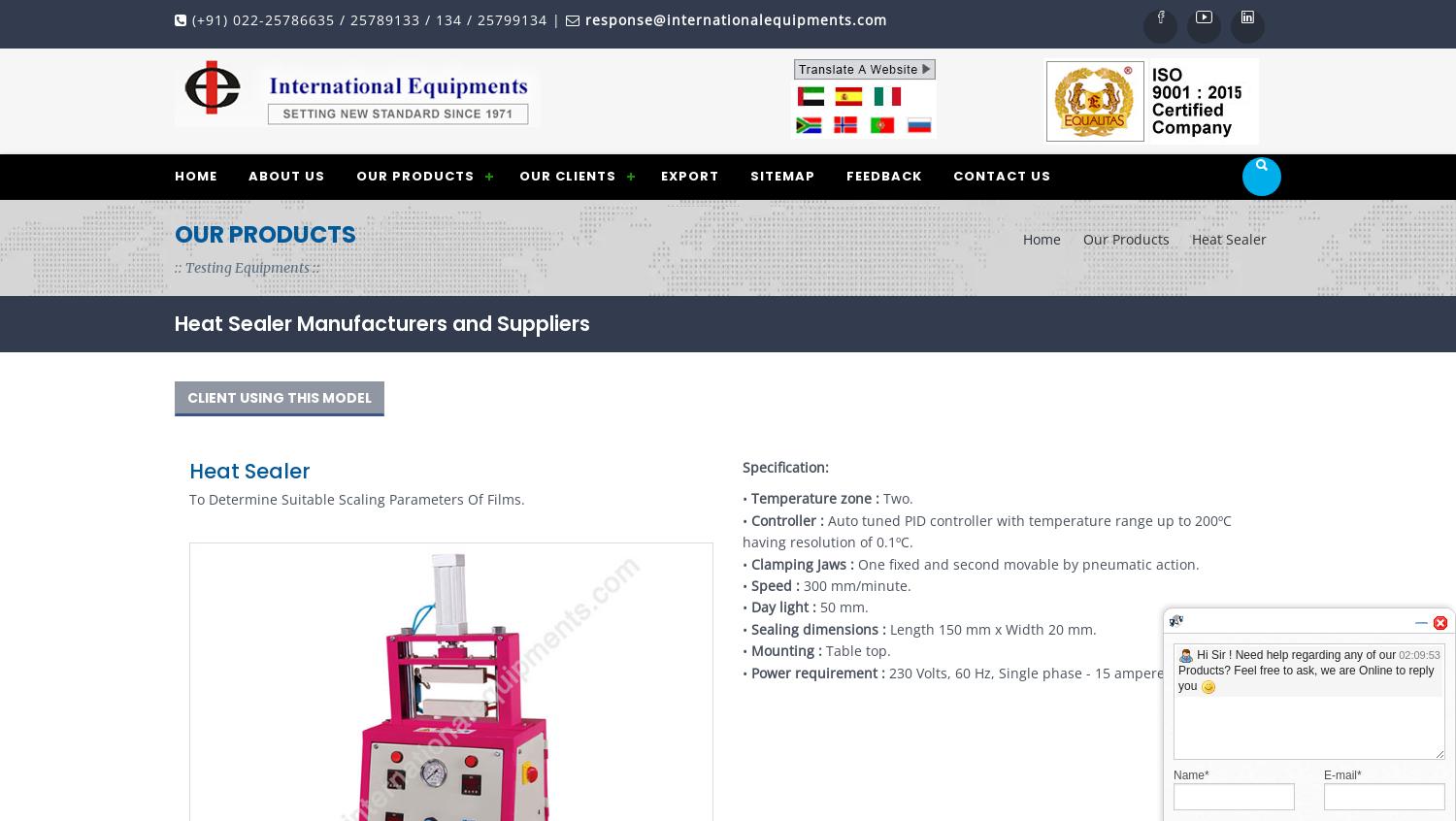 The width and height of the screenshot is (1456, 821). Describe the element at coordinates (584, 18) in the screenshot. I see `'response@internationalequipments.com'` at that location.